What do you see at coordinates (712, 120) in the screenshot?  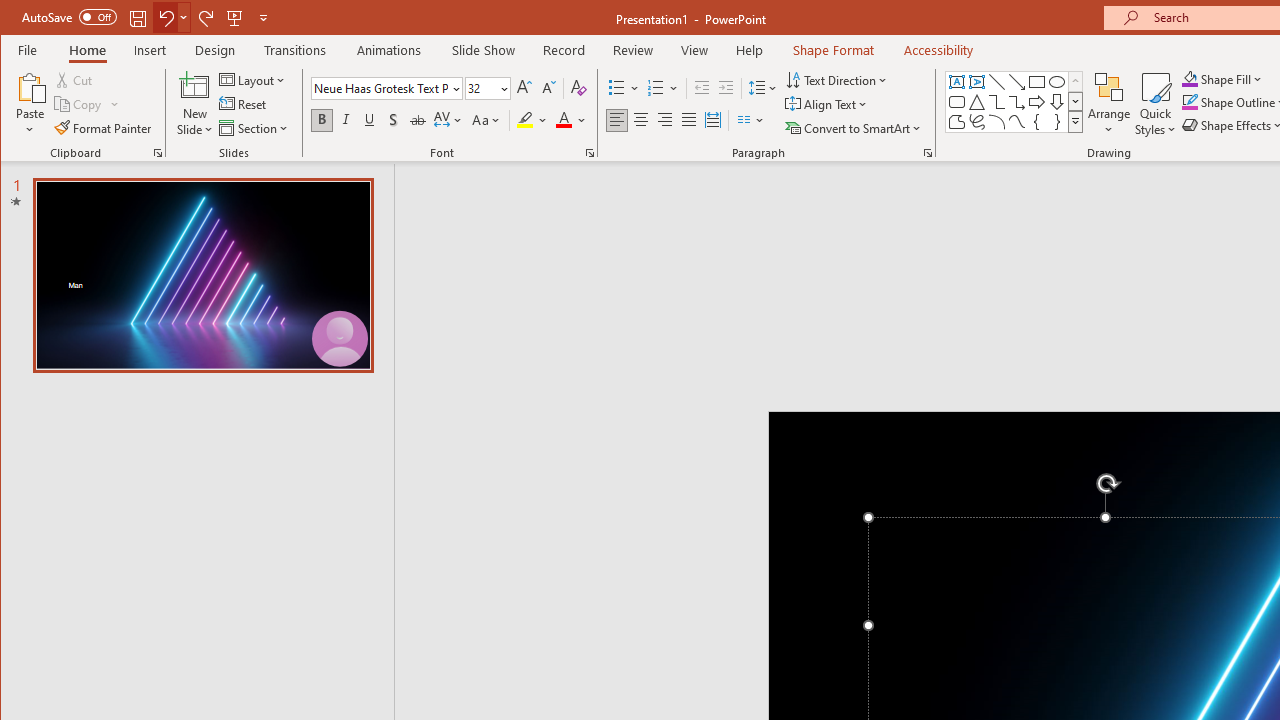 I see `'Distributed'` at bounding box center [712, 120].